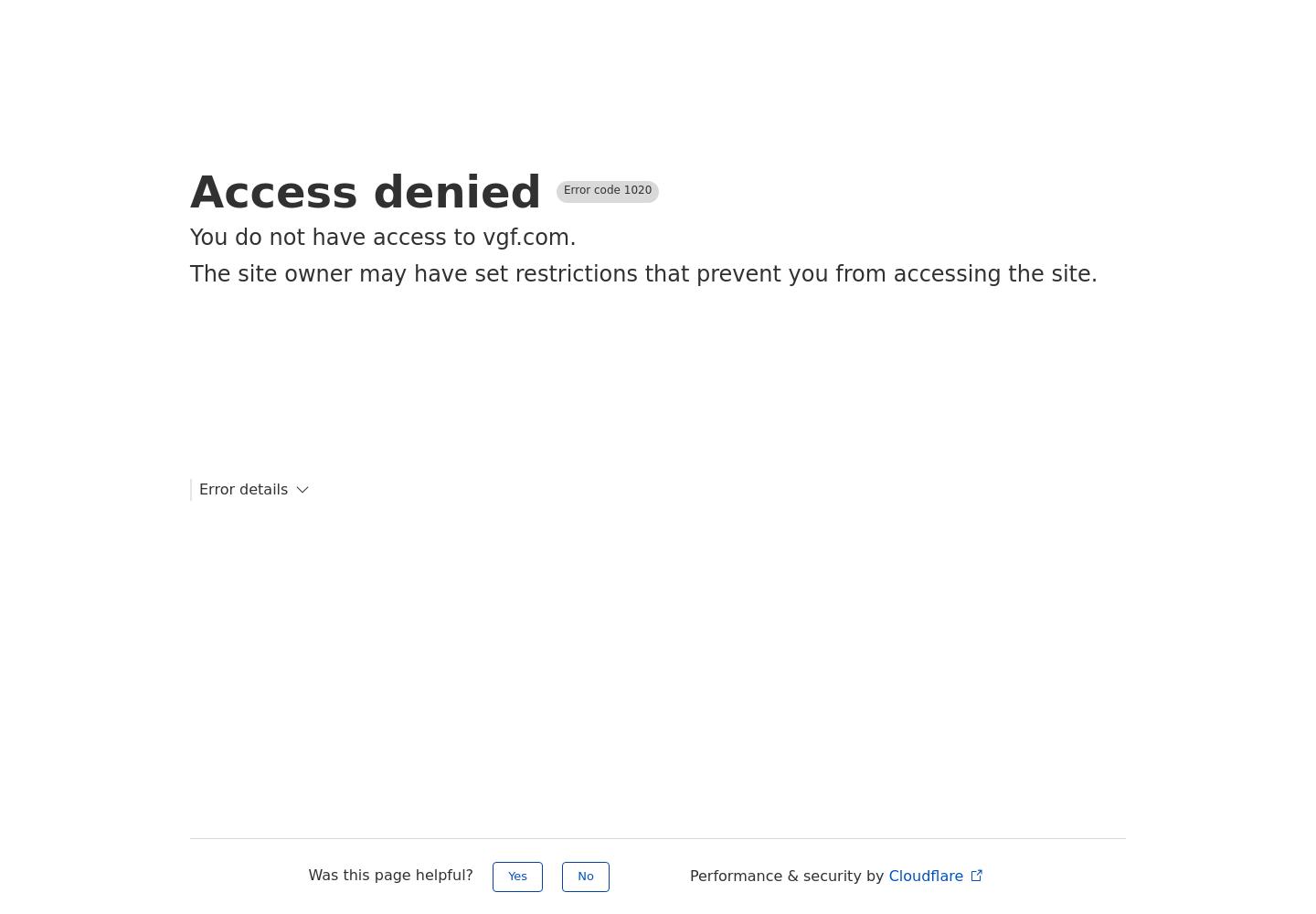 The height and width of the screenshot is (914, 1316). Describe the element at coordinates (584, 875) in the screenshot. I see `'No'` at that location.